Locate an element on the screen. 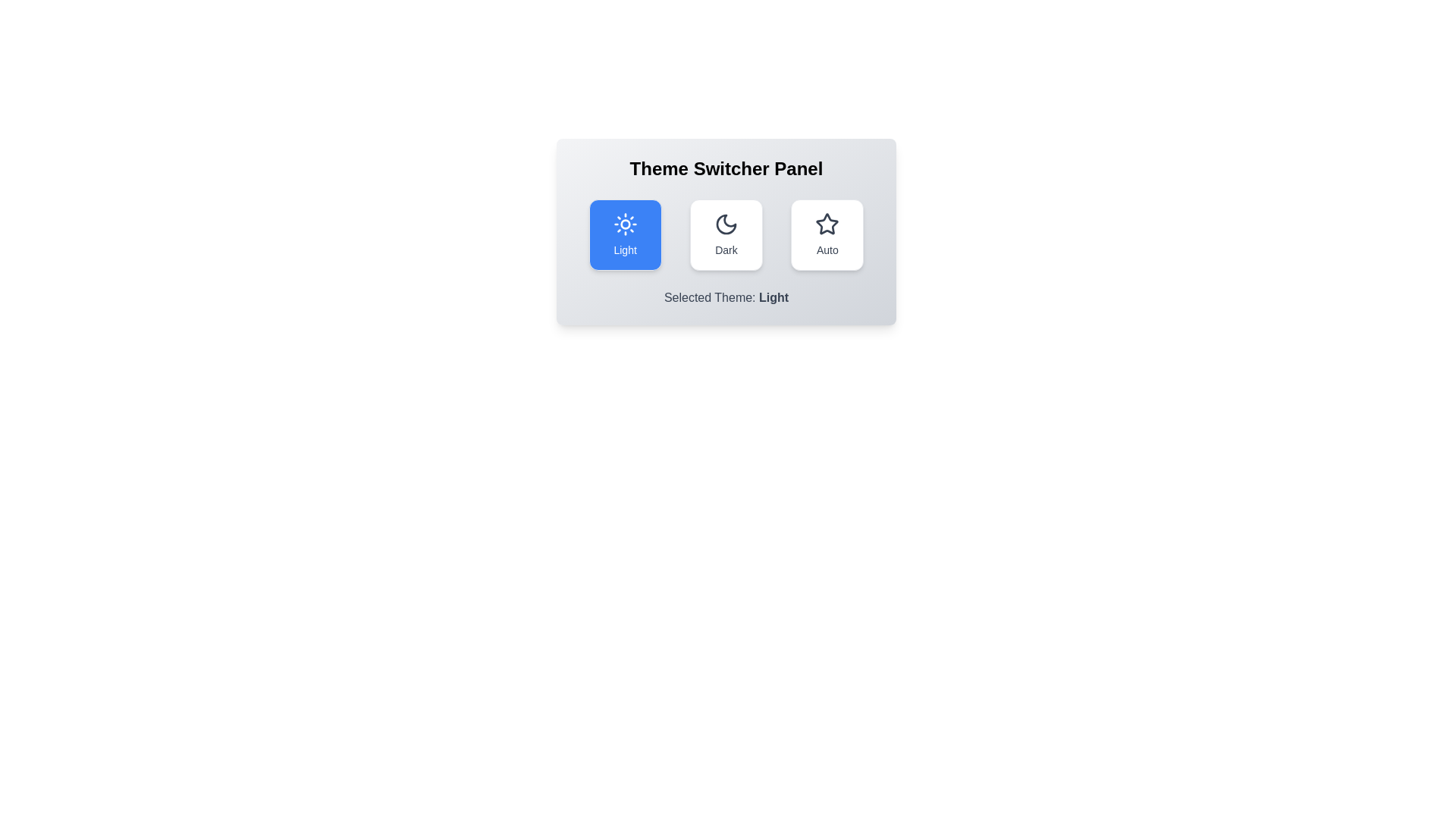 Image resolution: width=1456 pixels, height=819 pixels. text element displaying 'Light' that is styled in bold, located beneath the 'Selected Theme:' text in the lower part of the interface is located at coordinates (773, 297).